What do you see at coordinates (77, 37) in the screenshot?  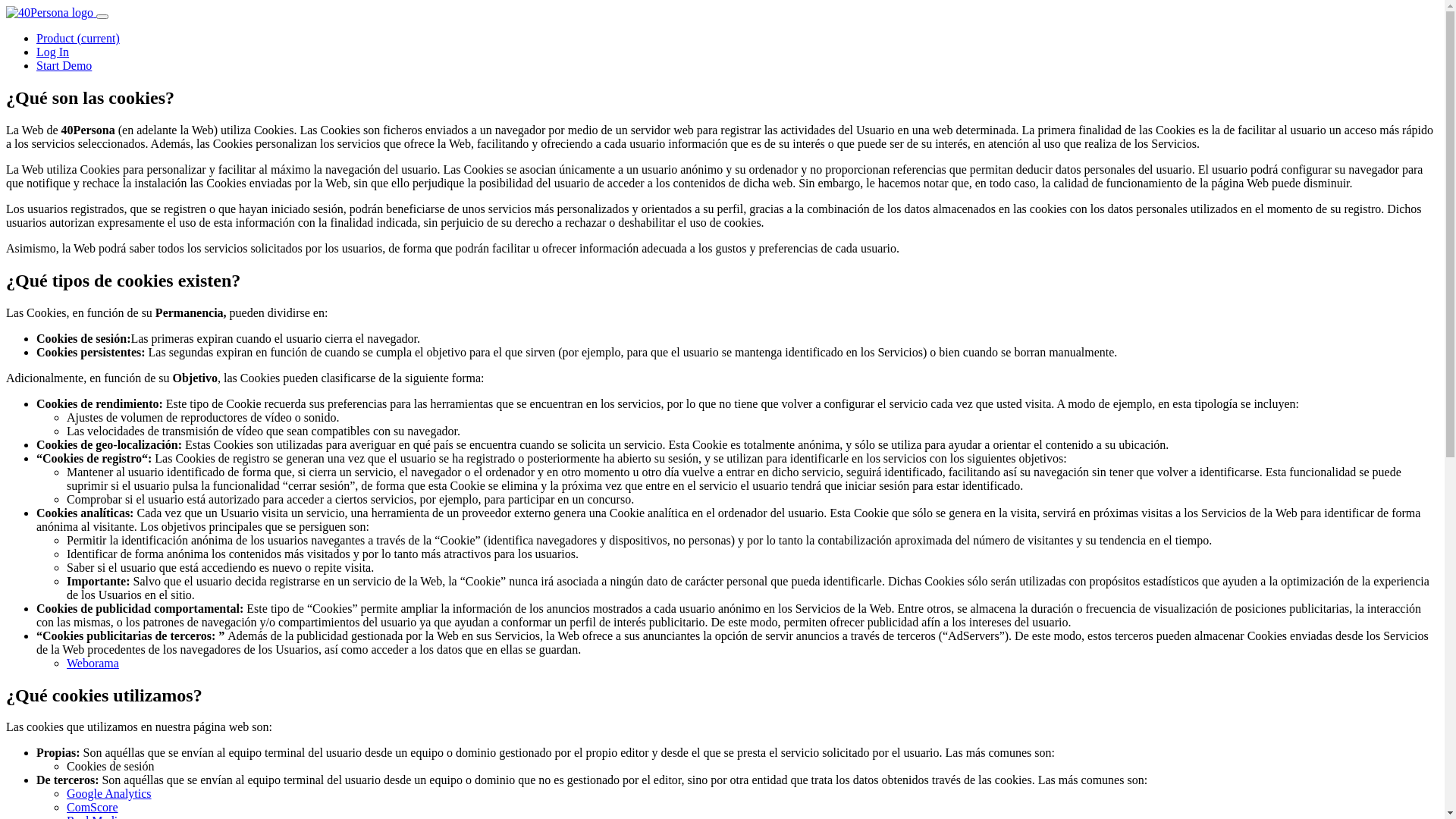 I see `'Product (current)'` at bounding box center [77, 37].